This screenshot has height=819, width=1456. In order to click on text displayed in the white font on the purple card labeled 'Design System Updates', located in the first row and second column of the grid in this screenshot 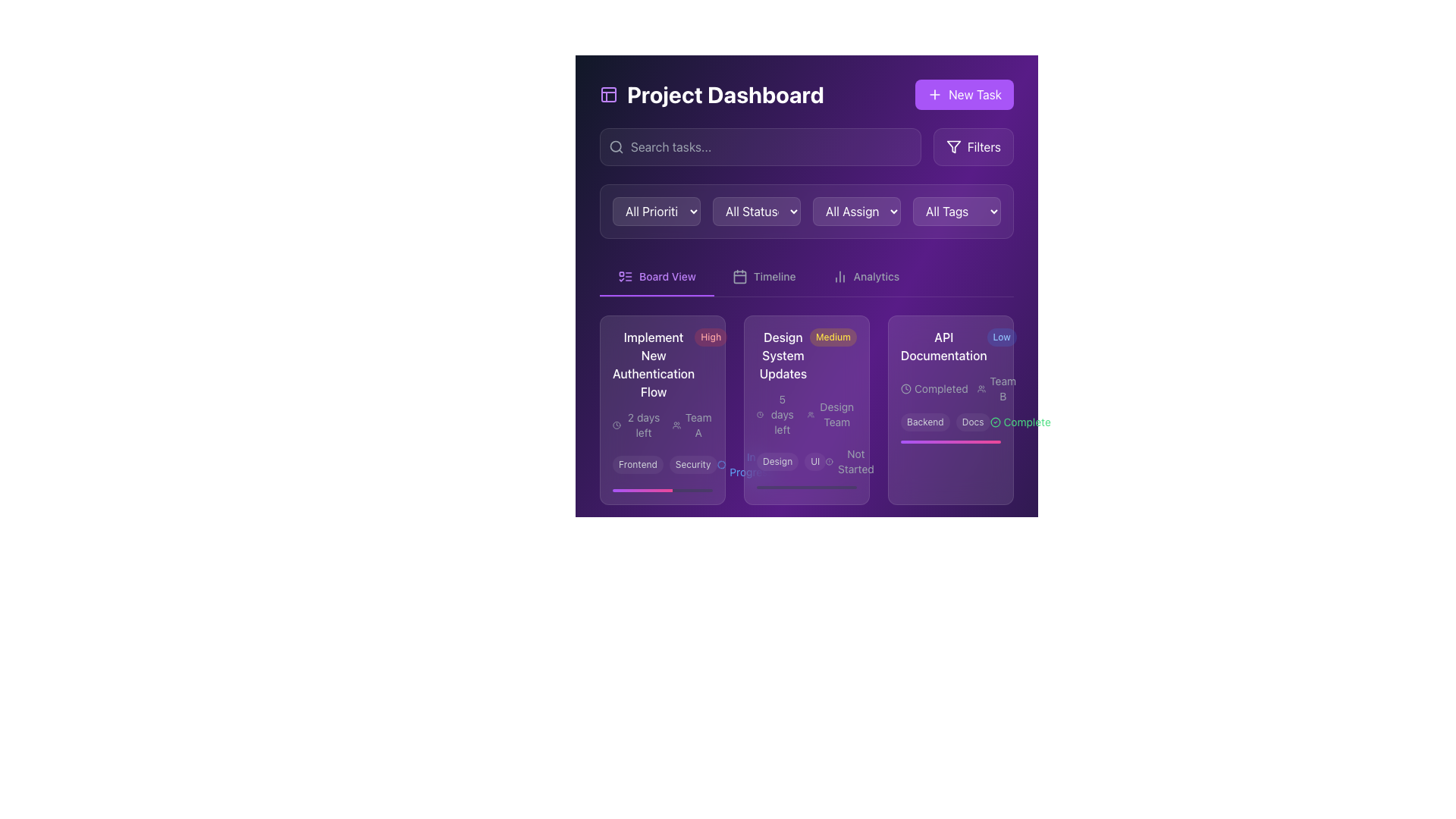, I will do `click(783, 356)`.